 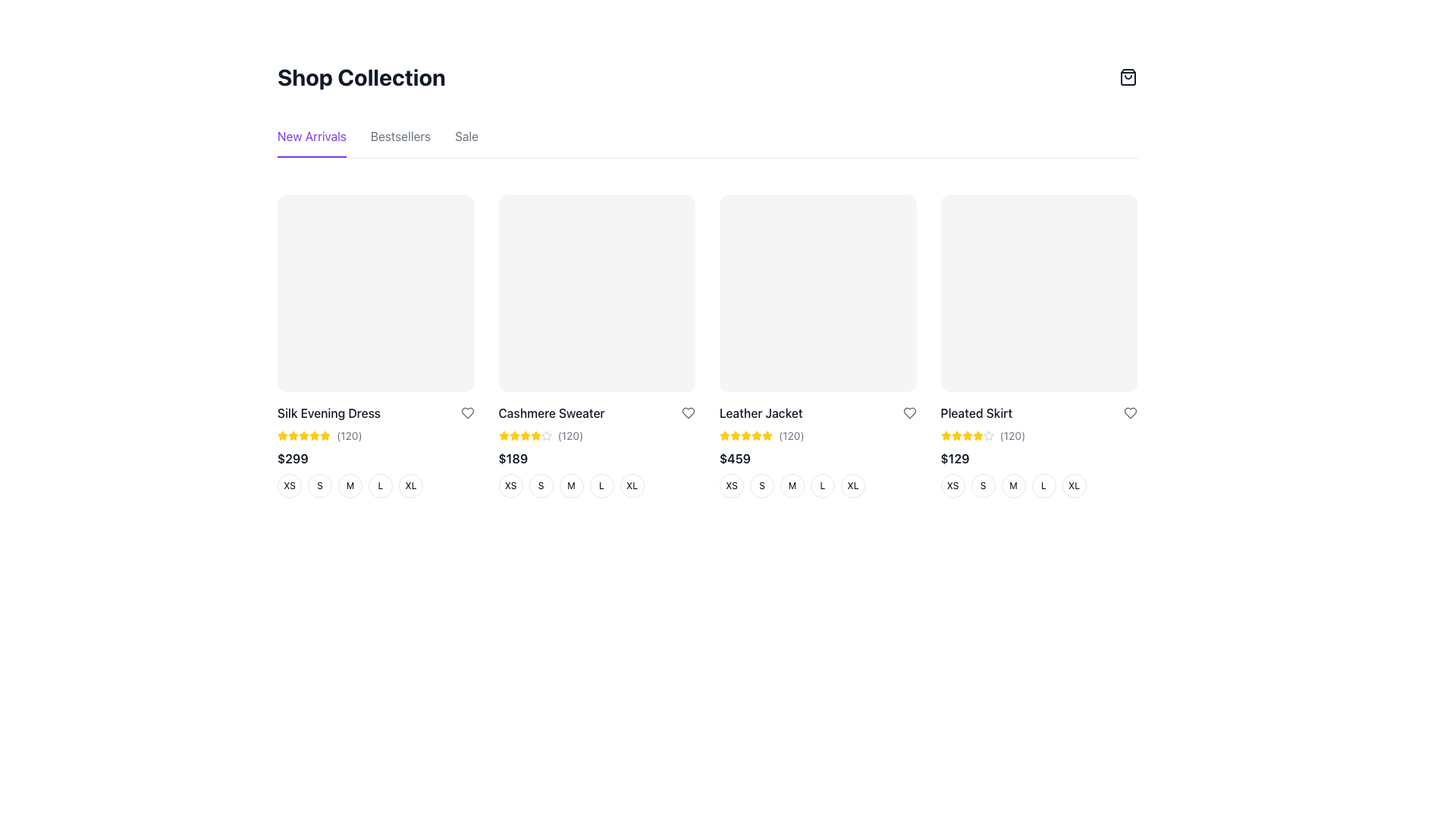 What do you see at coordinates (541, 485) in the screenshot?
I see `the circular button labeled 'S' with a white background and gray border` at bounding box center [541, 485].